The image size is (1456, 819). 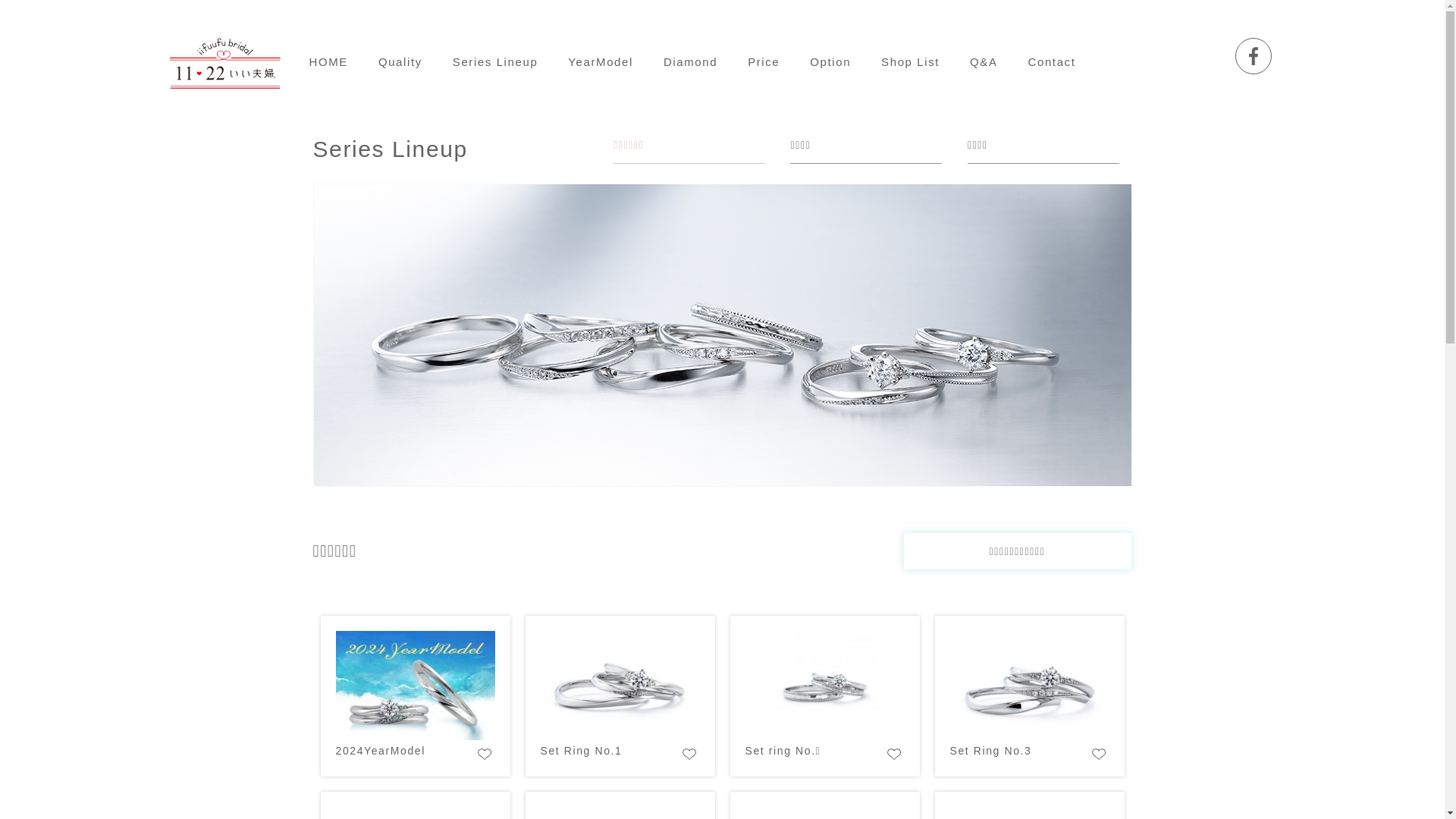 I want to click on 'Facebook', so click(x=1235, y=55).